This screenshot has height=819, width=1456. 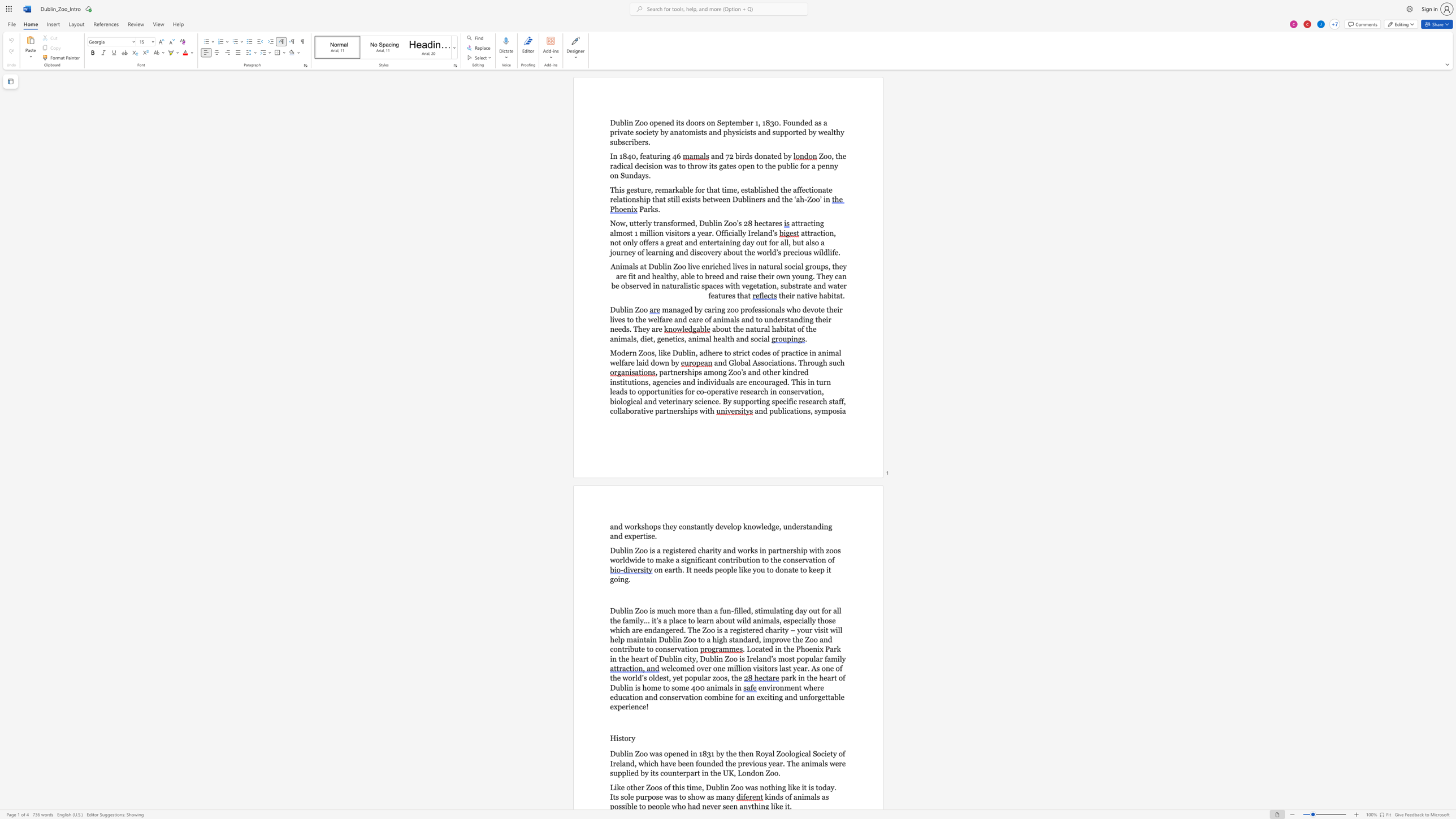 What do you see at coordinates (697, 560) in the screenshot?
I see `the space between the continuous character "i" and "f" in the text` at bounding box center [697, 560].